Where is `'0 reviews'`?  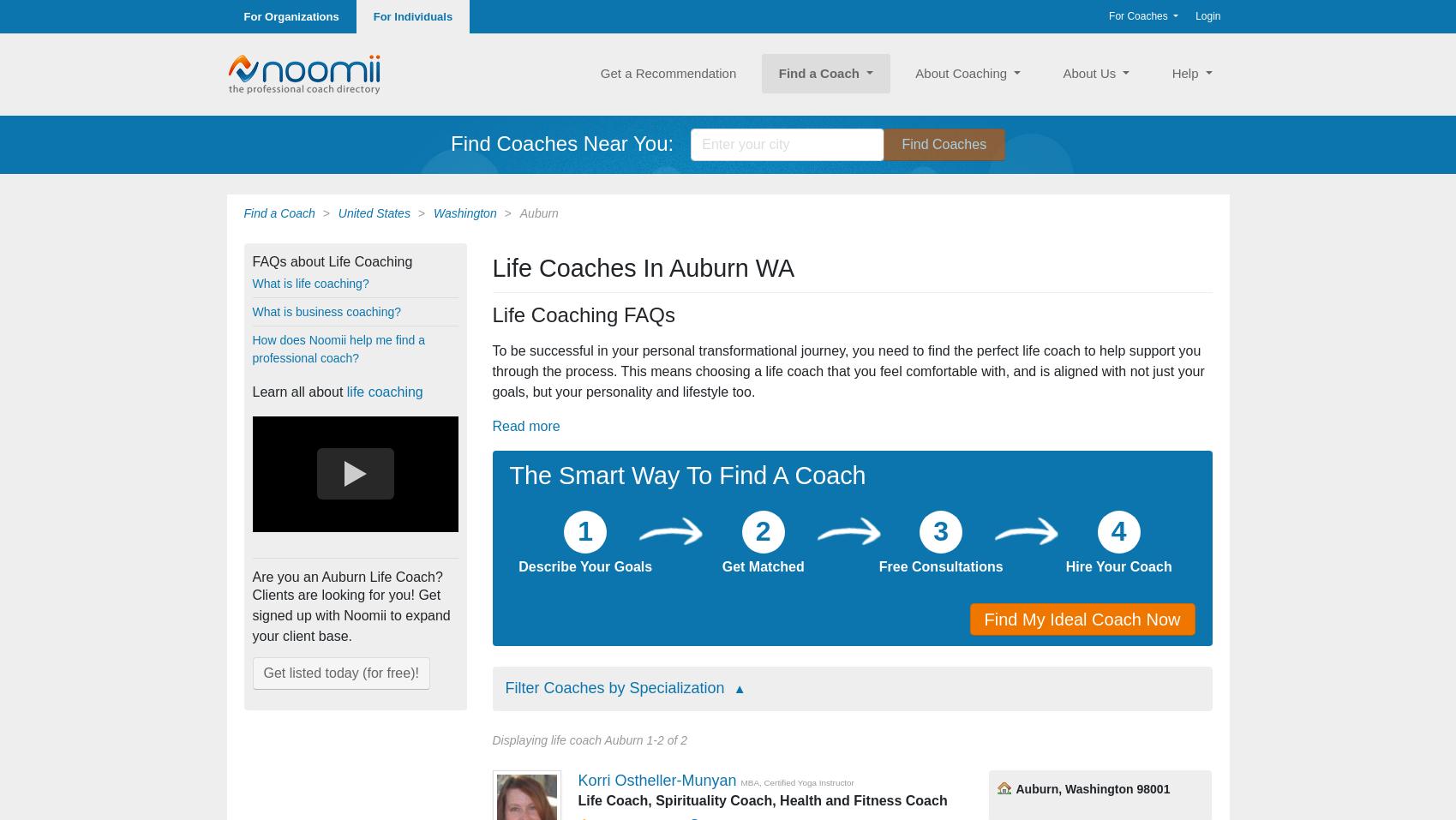 '0 reviews' is located at coordinates (939, 105).